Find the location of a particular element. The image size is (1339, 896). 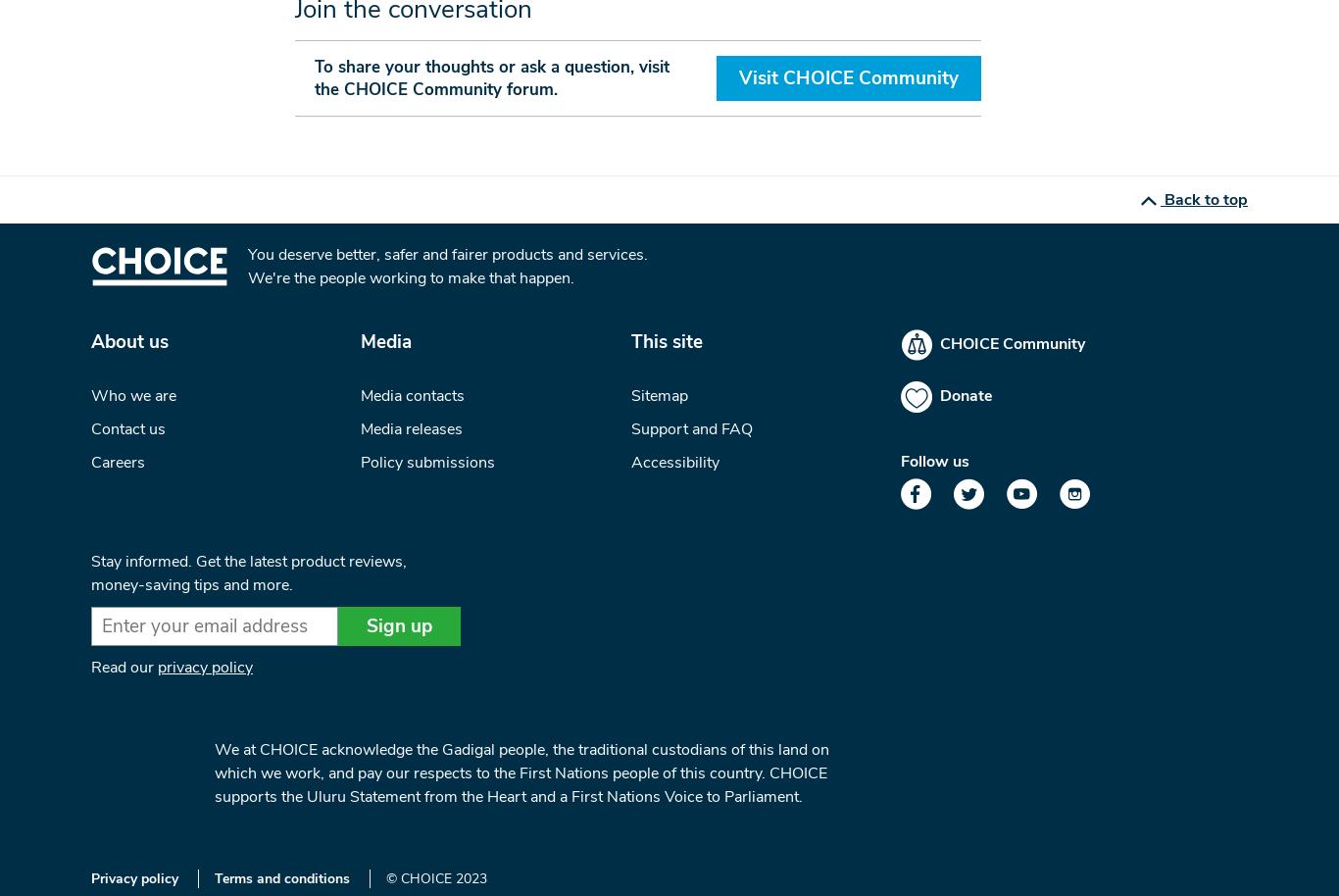

'Privacy policy' is located at coordinates (133, 877).